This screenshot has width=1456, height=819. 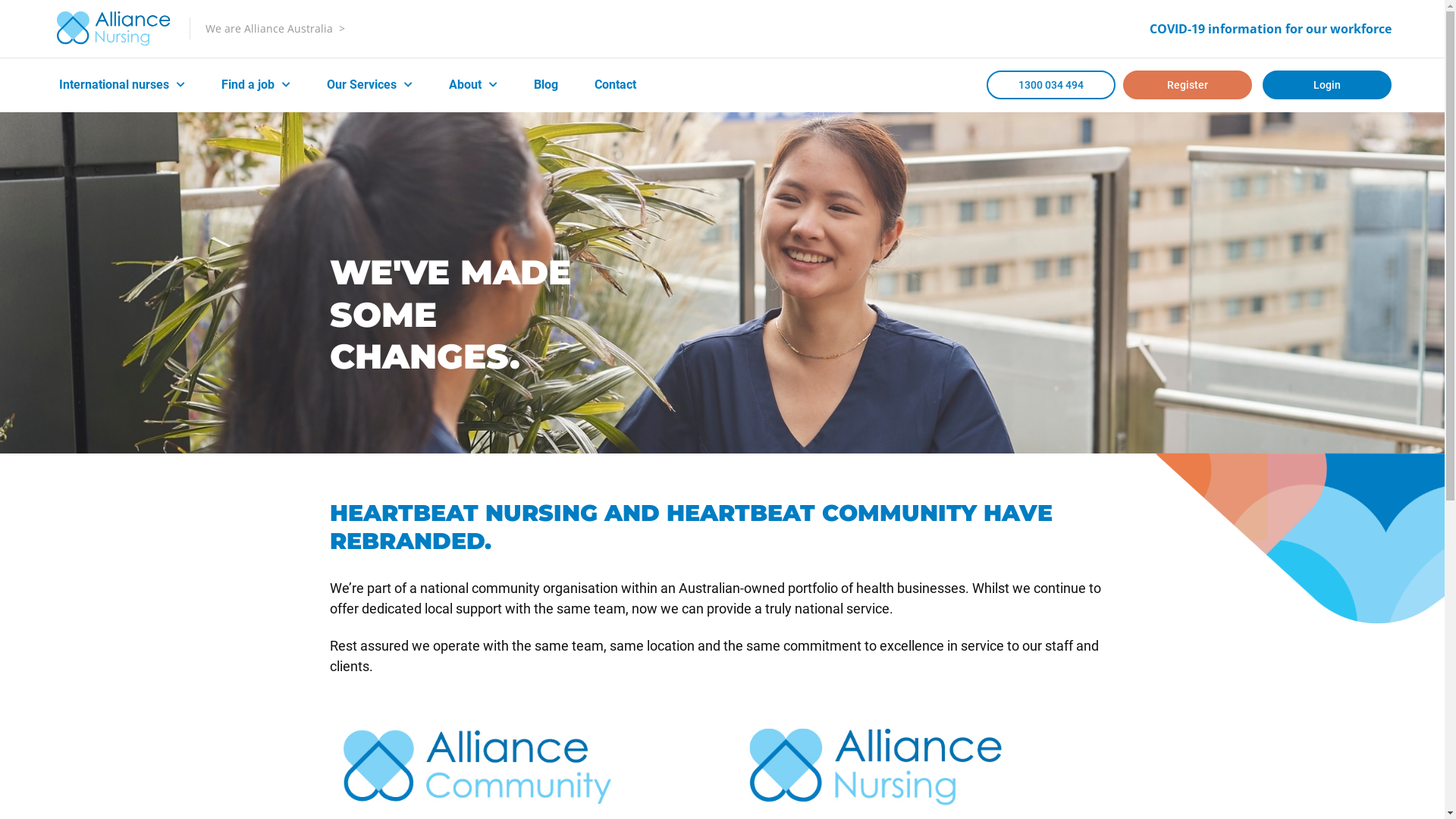 What do you see at coordinates (615, 84) in the screenshot?
I see `'Contact'` at bounding box center [615, 84].